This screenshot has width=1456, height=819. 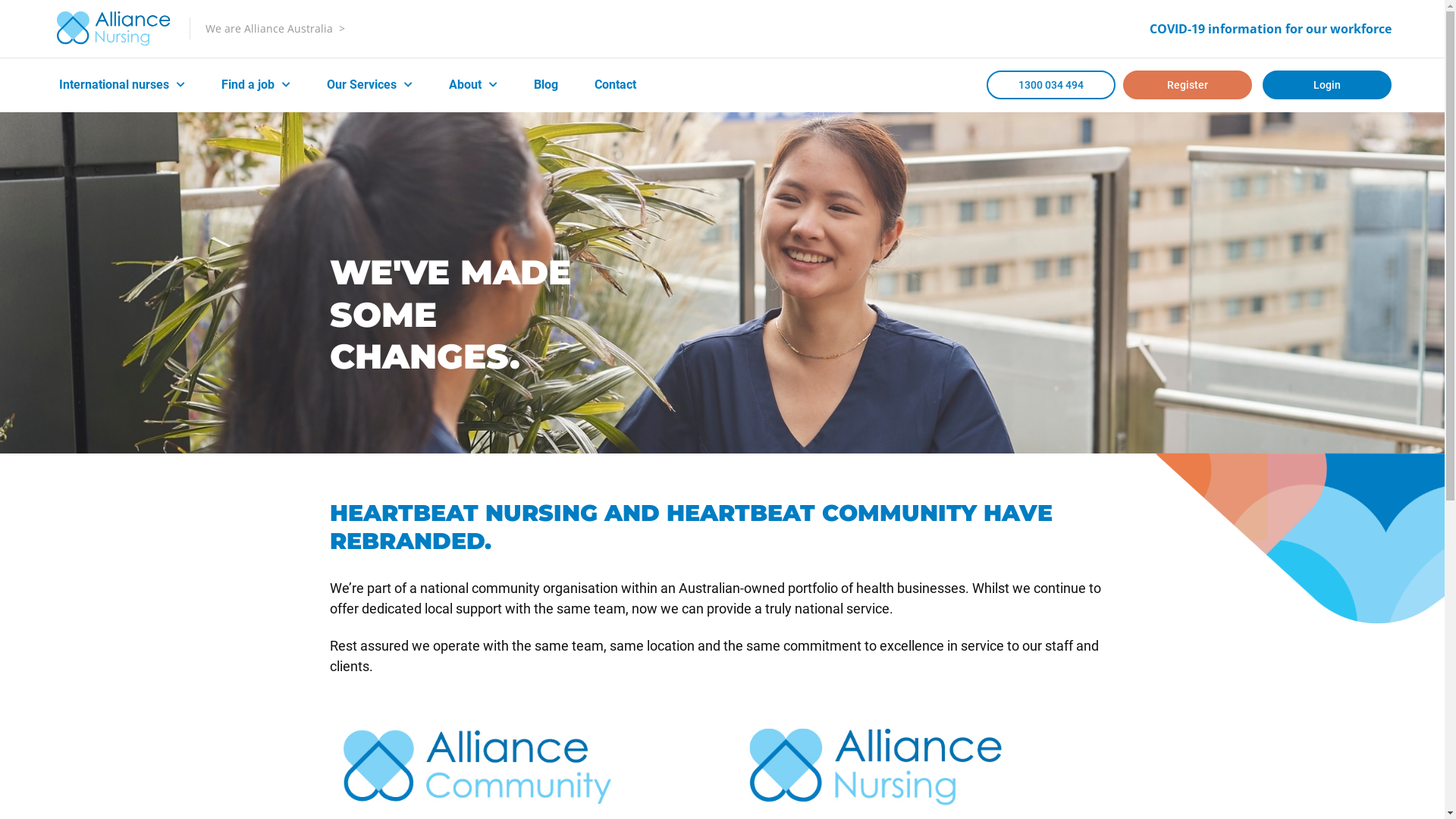 What do you see at coordinates (615, 84) in the screenshot?
I see `'Contact'` at bounding box center [615, 84].